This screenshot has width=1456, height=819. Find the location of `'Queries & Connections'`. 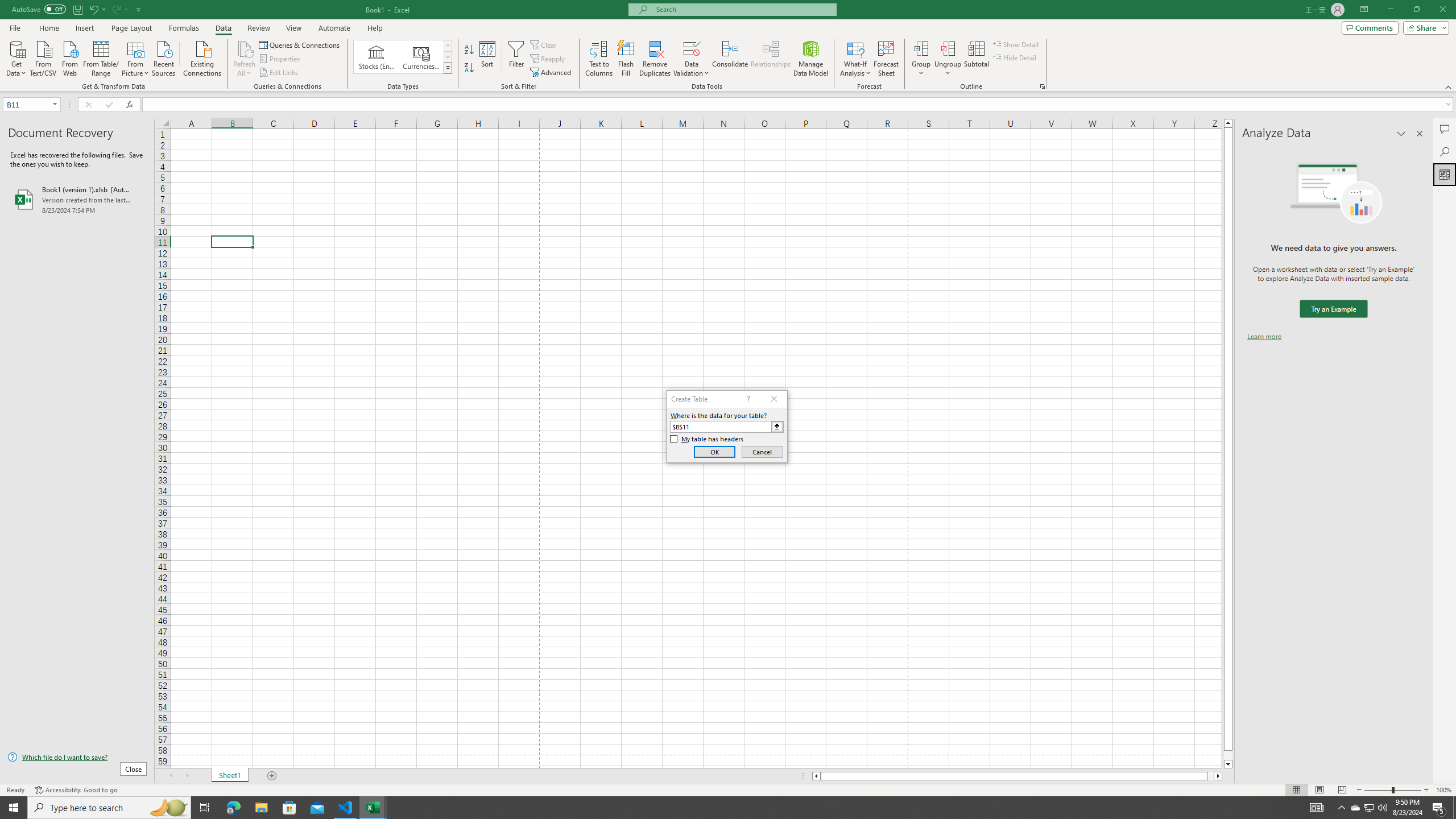

'Queries & Connections' is located at coordinates (300, 44).